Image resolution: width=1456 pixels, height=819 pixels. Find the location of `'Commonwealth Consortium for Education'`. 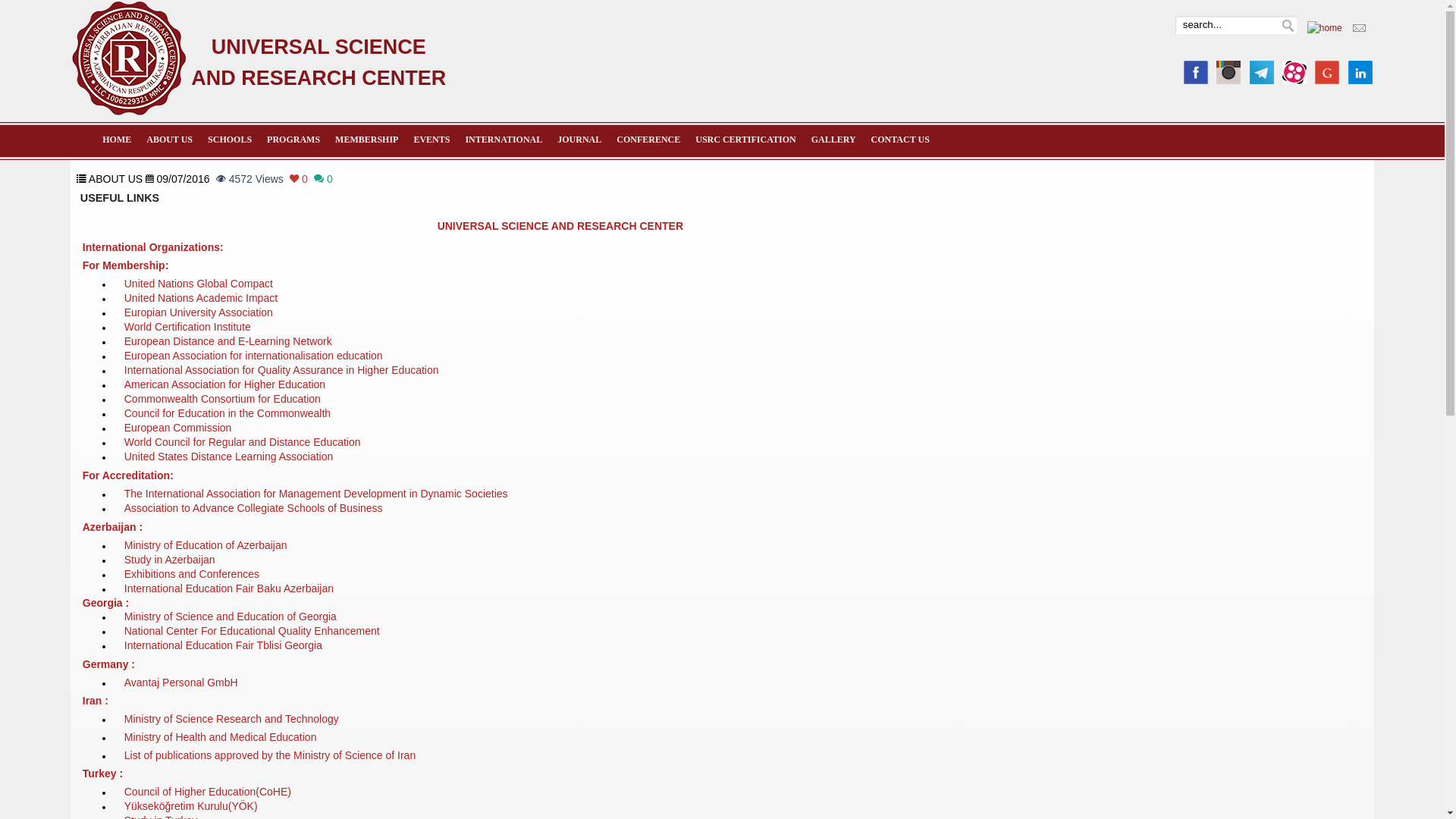

'Commonwealth Consortium for Education' is located at coordinates (221, 400).